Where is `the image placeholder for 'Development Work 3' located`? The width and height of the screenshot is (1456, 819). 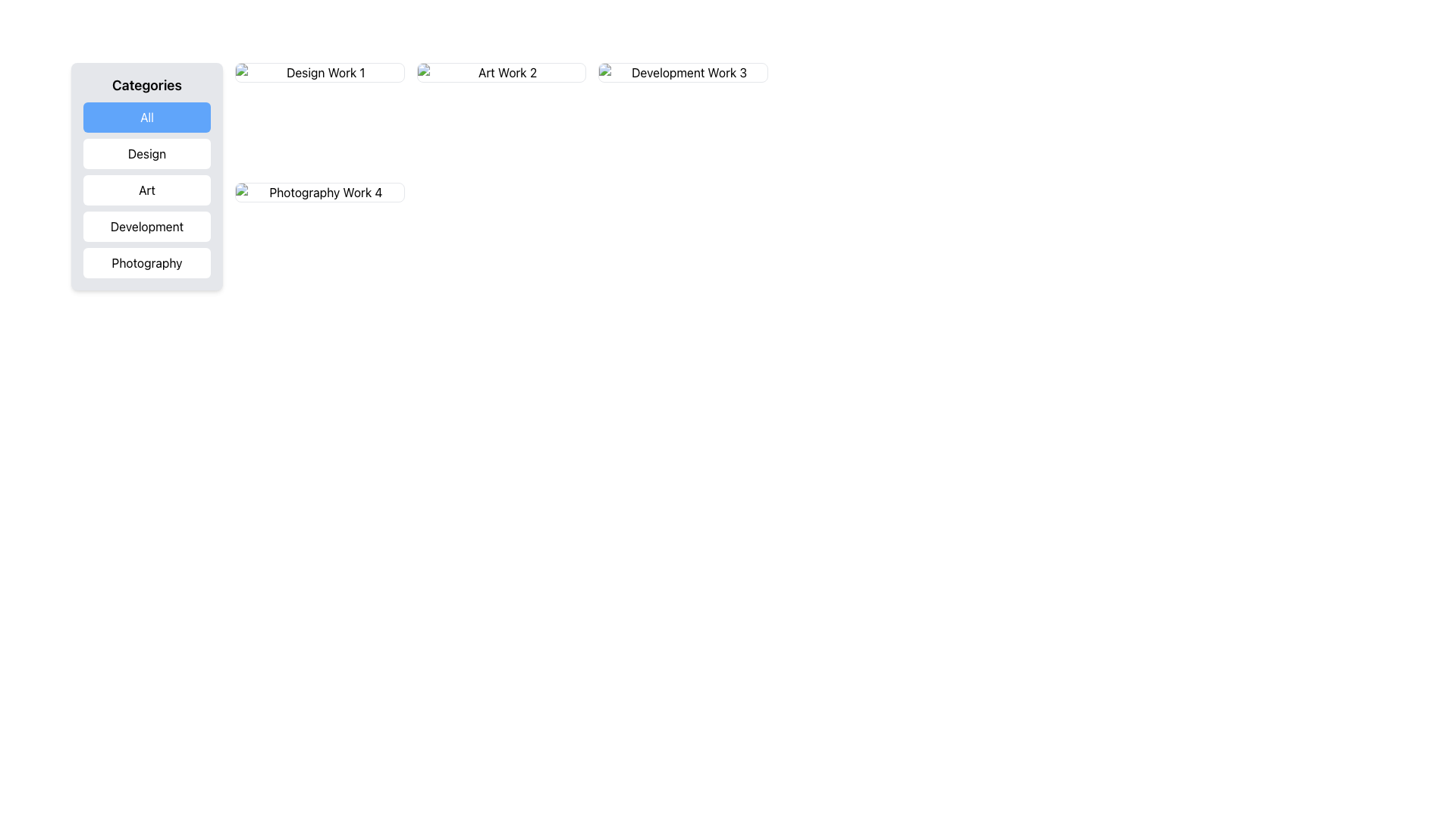
the image placeholder for 'Development Work 3' located is located at coordinates (682, 73).